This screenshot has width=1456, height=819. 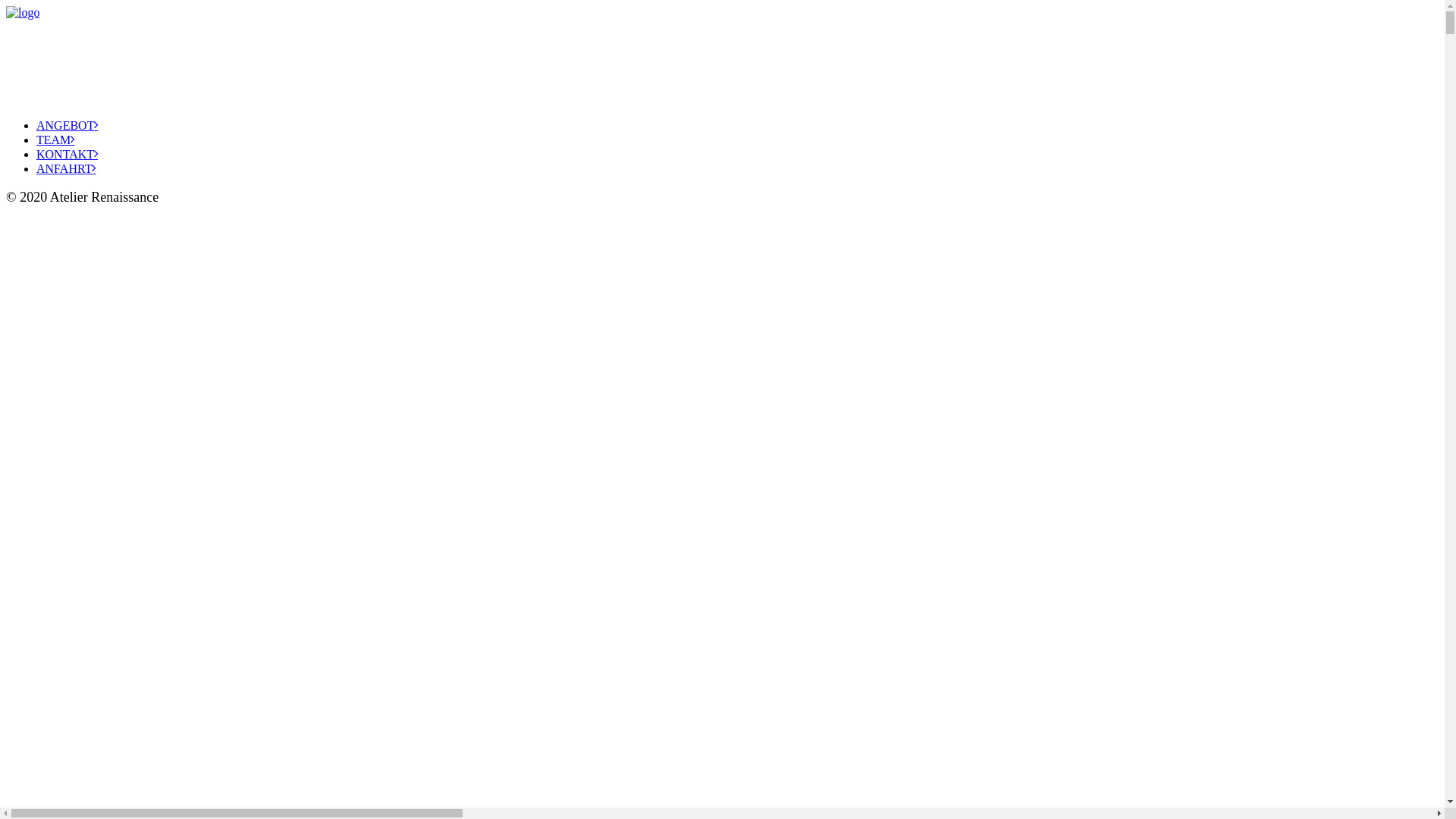 I want to click on 'TEAM', so click(x=55, y=140).